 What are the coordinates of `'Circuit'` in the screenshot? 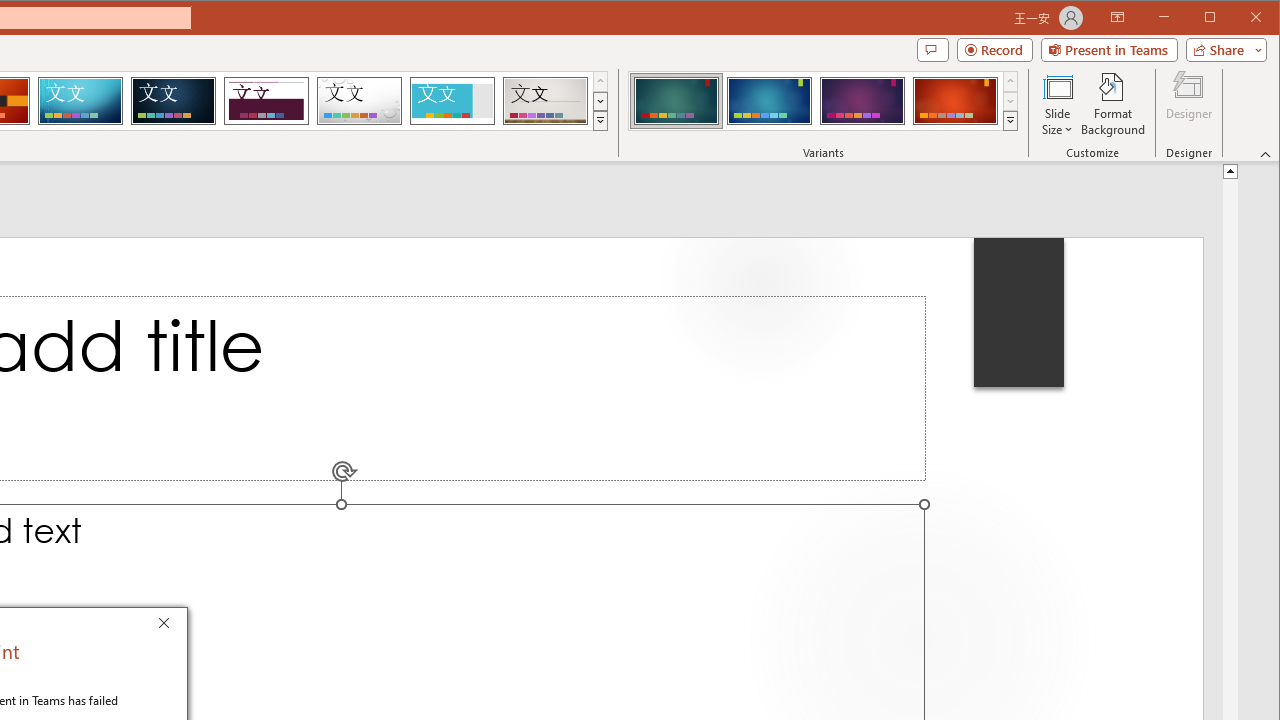 It's located at (80, 100).